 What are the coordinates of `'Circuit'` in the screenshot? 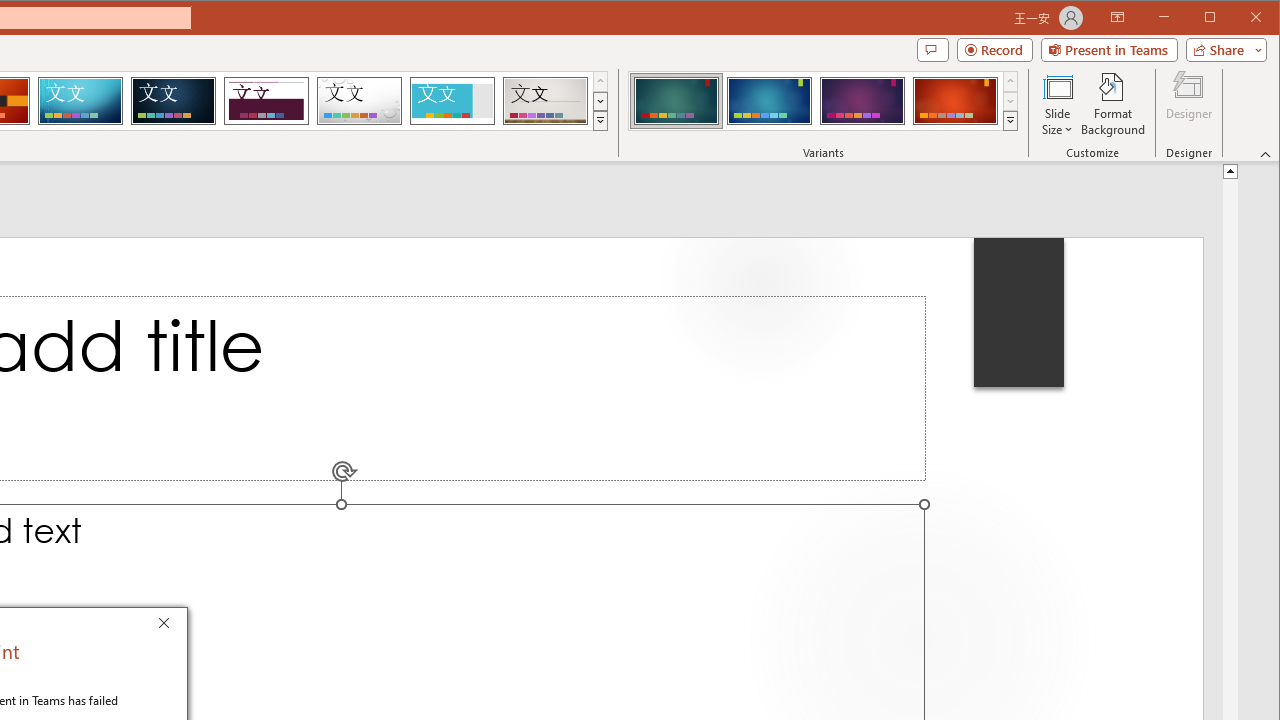 It's located at (80, 100).